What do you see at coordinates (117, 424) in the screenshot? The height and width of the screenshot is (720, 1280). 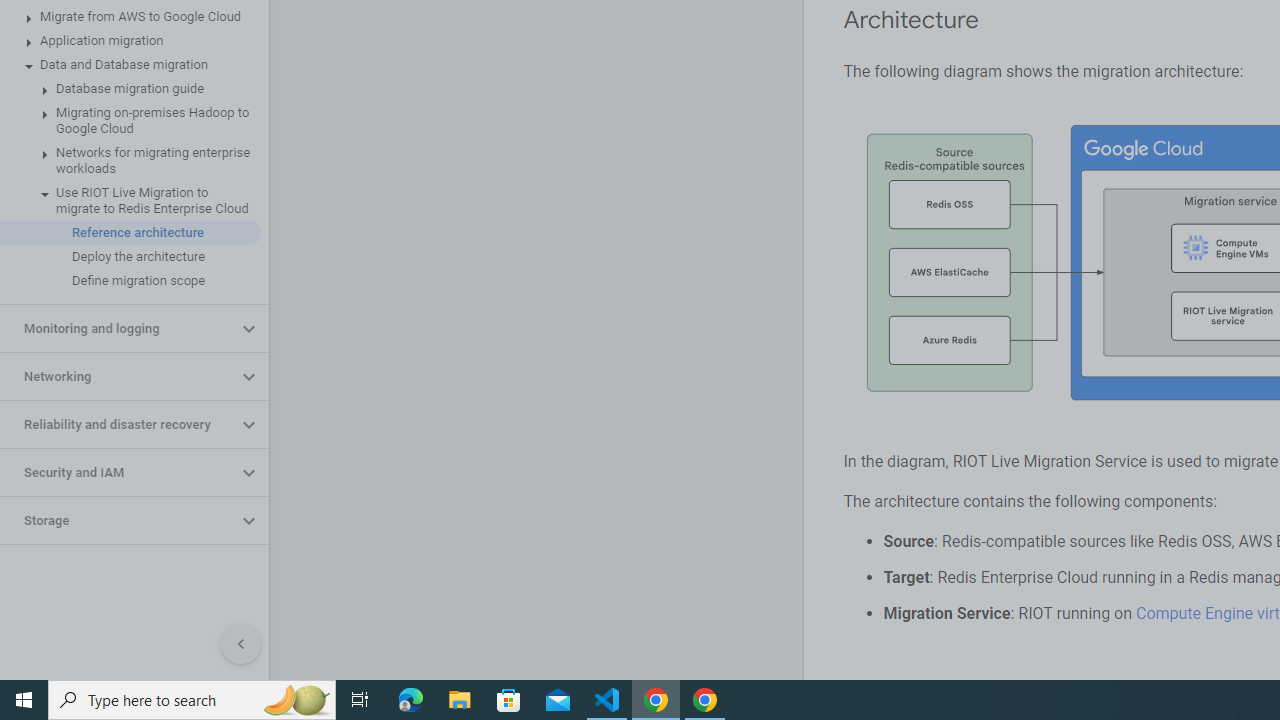 I see `'Reliability and disaster recovery'` at bounding box center [117, 424].